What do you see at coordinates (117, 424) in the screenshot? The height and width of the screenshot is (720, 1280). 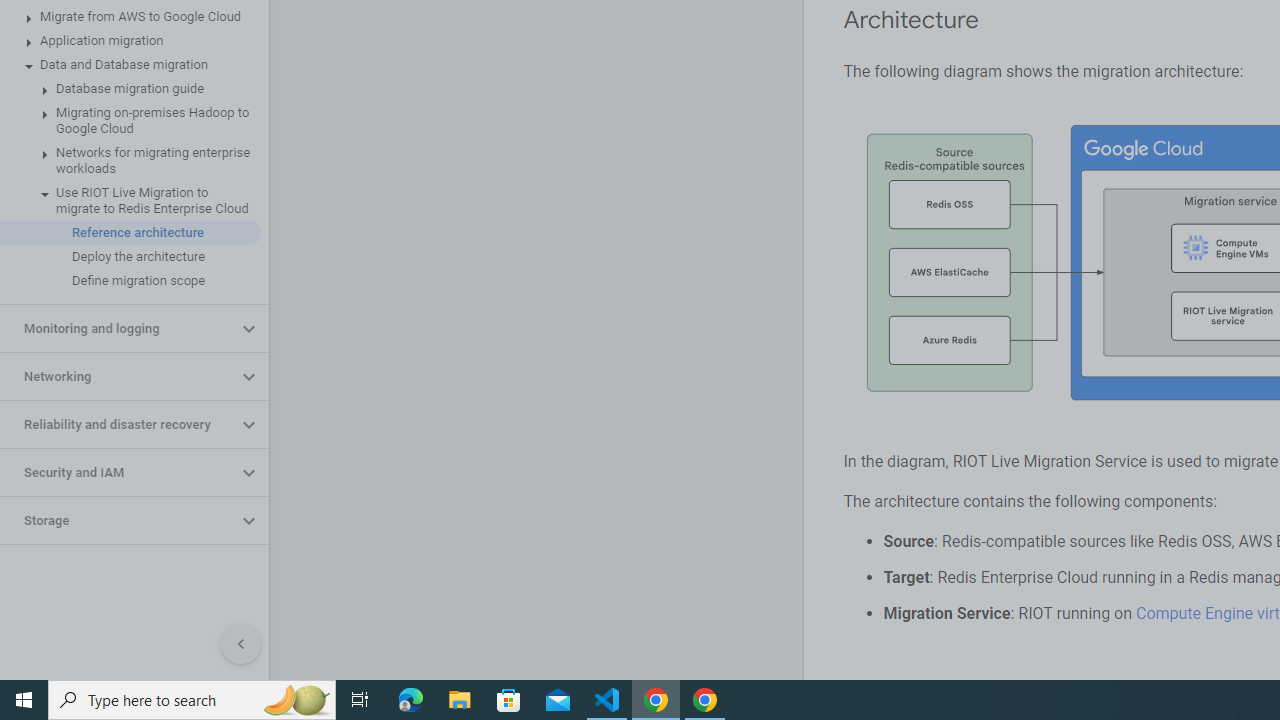 I see `'Reliability and disaster recovery'` at bounding box center [117, 424].